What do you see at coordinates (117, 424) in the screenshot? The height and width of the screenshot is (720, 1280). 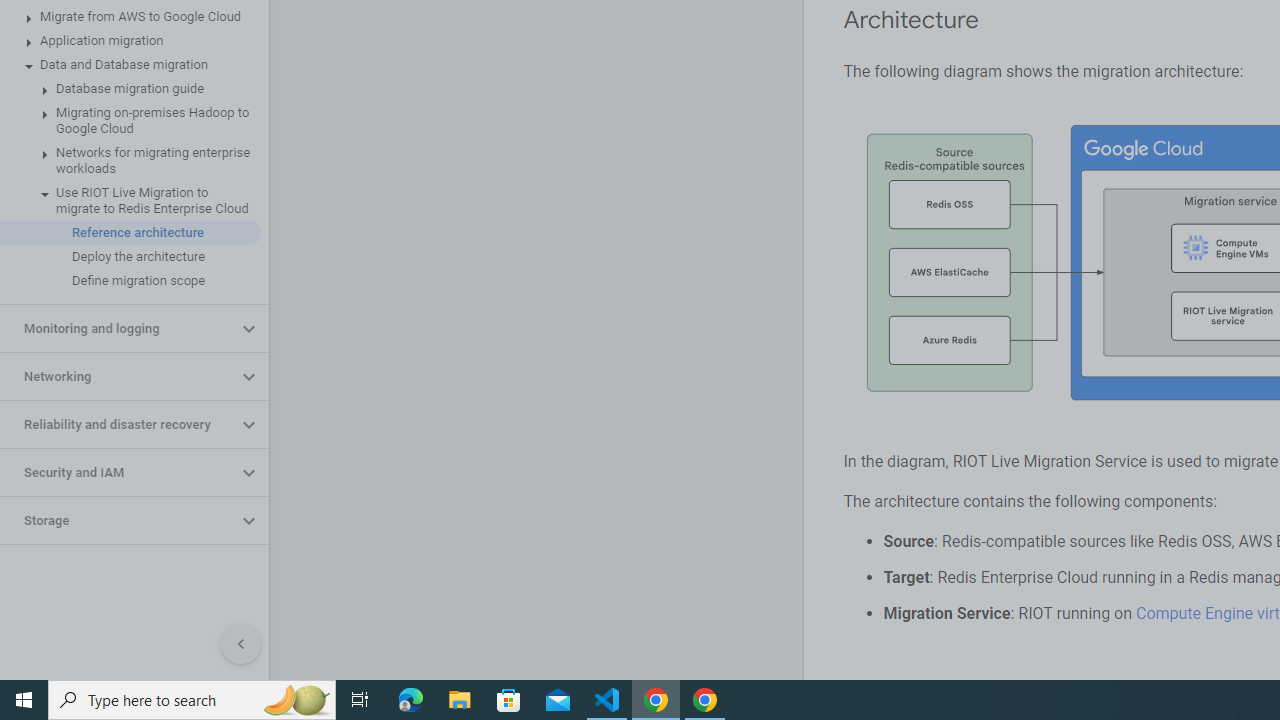 I see `'Reliability and disaster recovery'` at bounding box center [117, 424].